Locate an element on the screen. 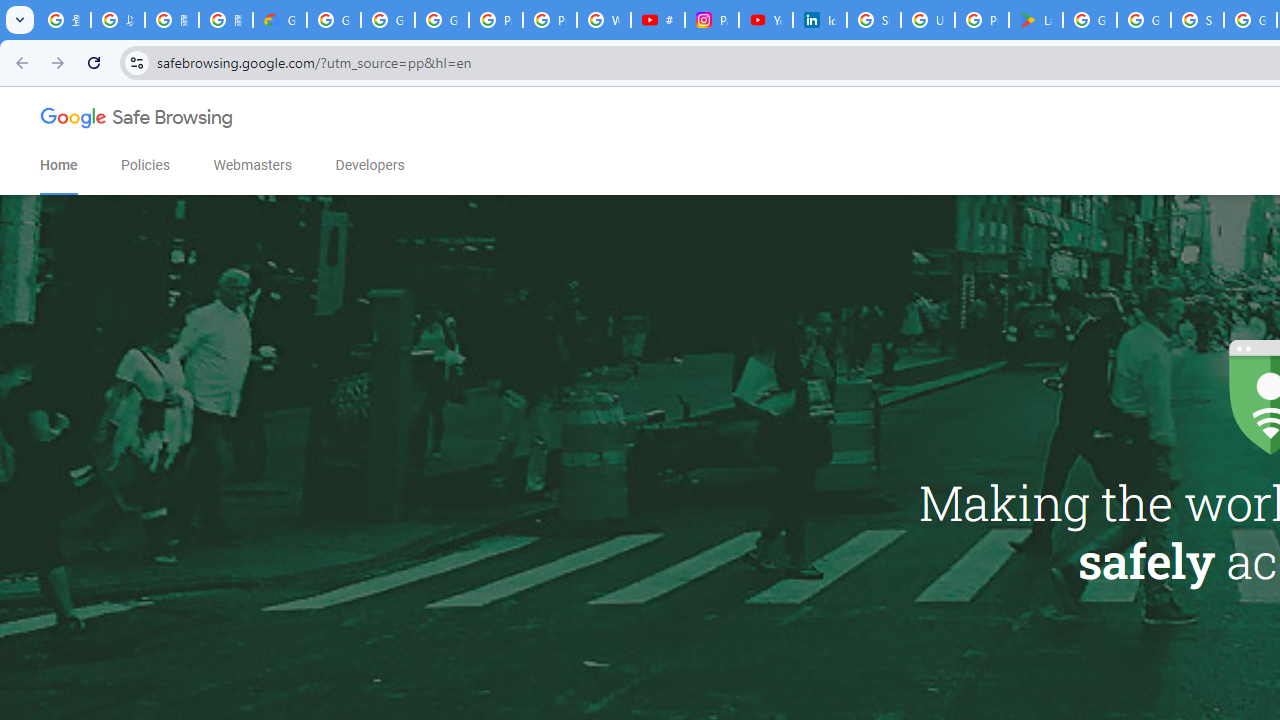  'Webmasters' is located at coordinates (251, 164).